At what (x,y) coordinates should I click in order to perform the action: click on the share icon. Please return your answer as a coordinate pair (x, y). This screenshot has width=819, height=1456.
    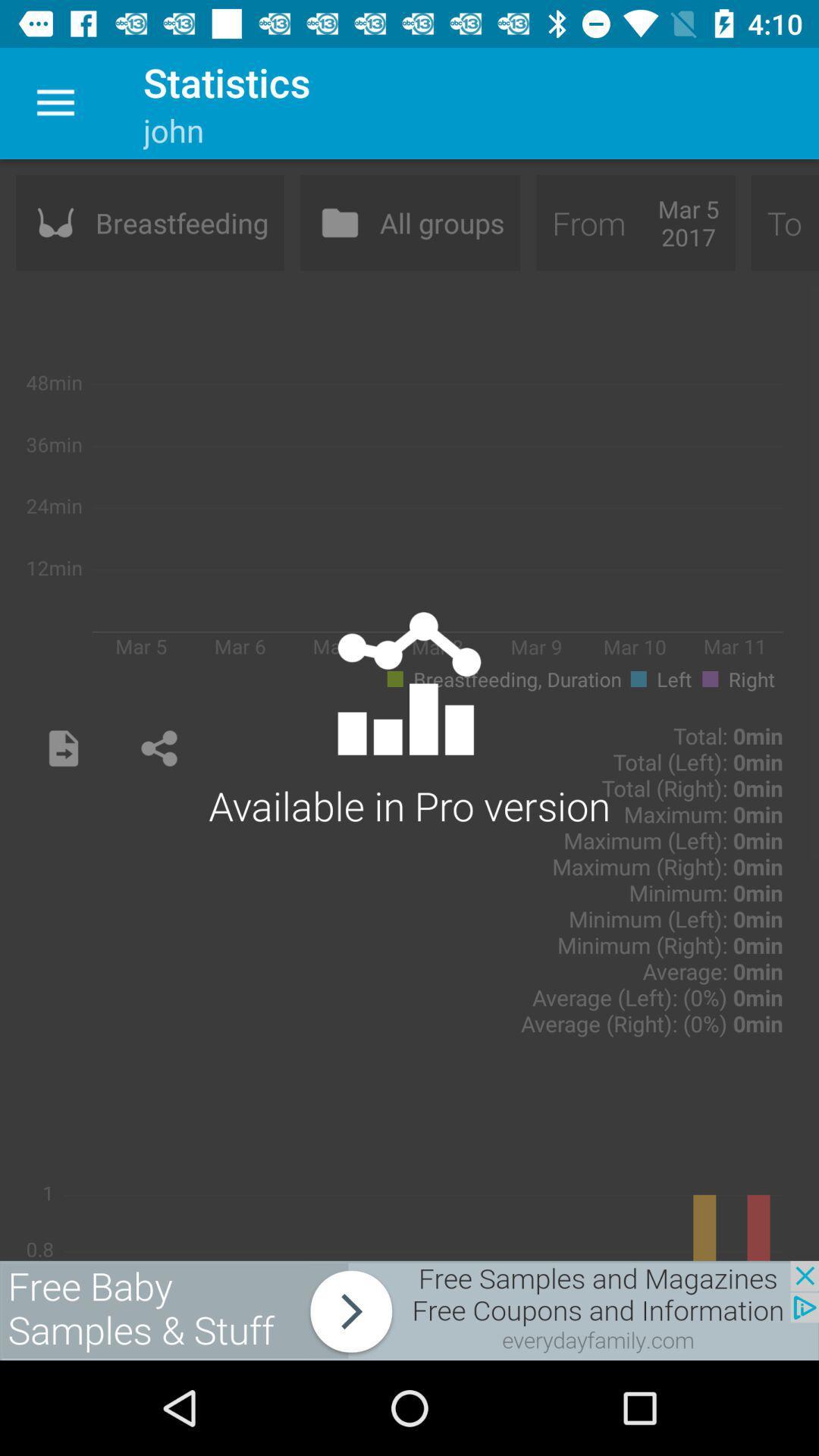
    Looking at the image, I should click on (158, 748).